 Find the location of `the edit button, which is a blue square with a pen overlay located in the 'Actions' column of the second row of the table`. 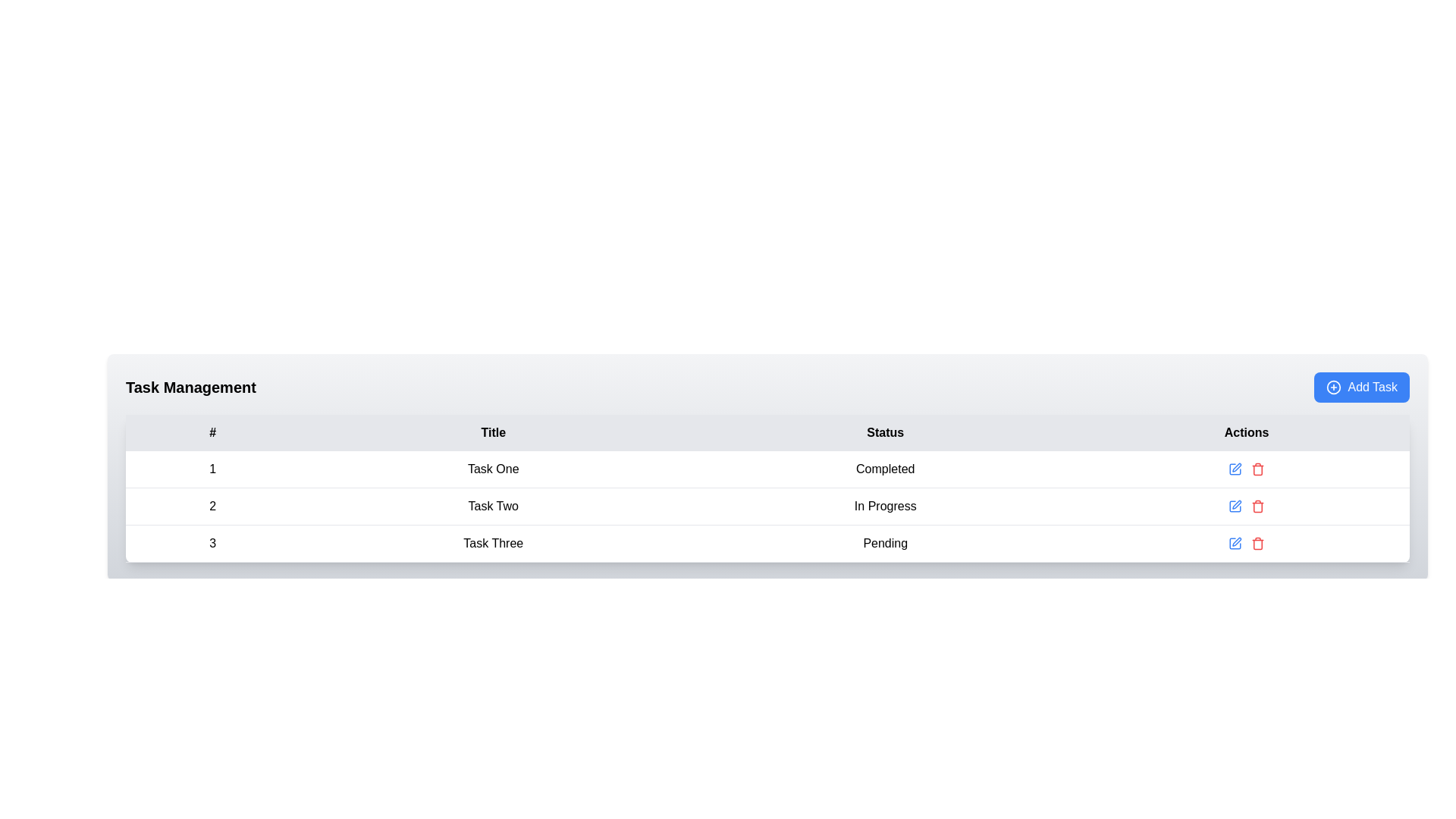

the edit button, which is a blue square with a pen overlay located in the 'Actions' column of the second row of the table is located at coordinates (1235, 468).